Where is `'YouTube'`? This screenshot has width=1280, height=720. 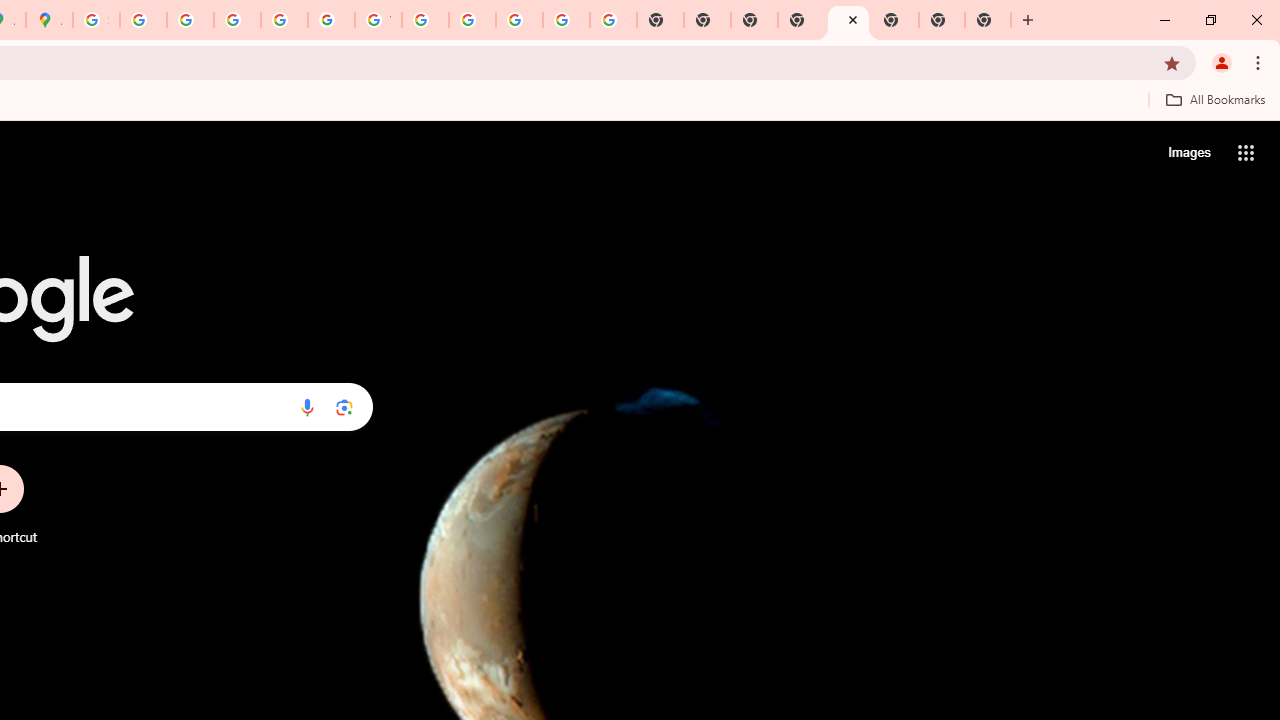 'YouTube' is located at coordinates (378, 20).